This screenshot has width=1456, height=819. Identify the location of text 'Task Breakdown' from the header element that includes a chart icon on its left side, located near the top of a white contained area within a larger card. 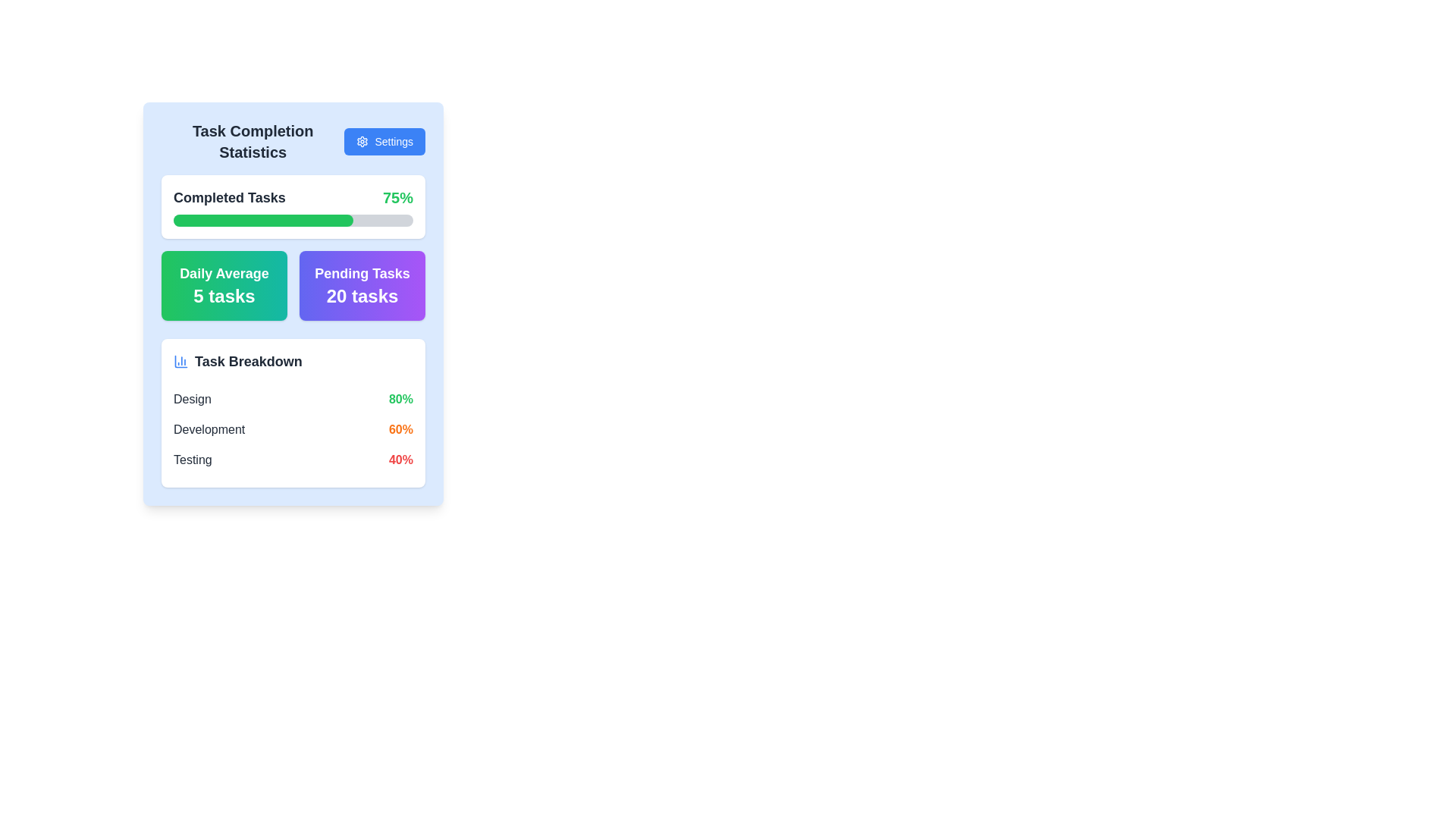
(293, 362).